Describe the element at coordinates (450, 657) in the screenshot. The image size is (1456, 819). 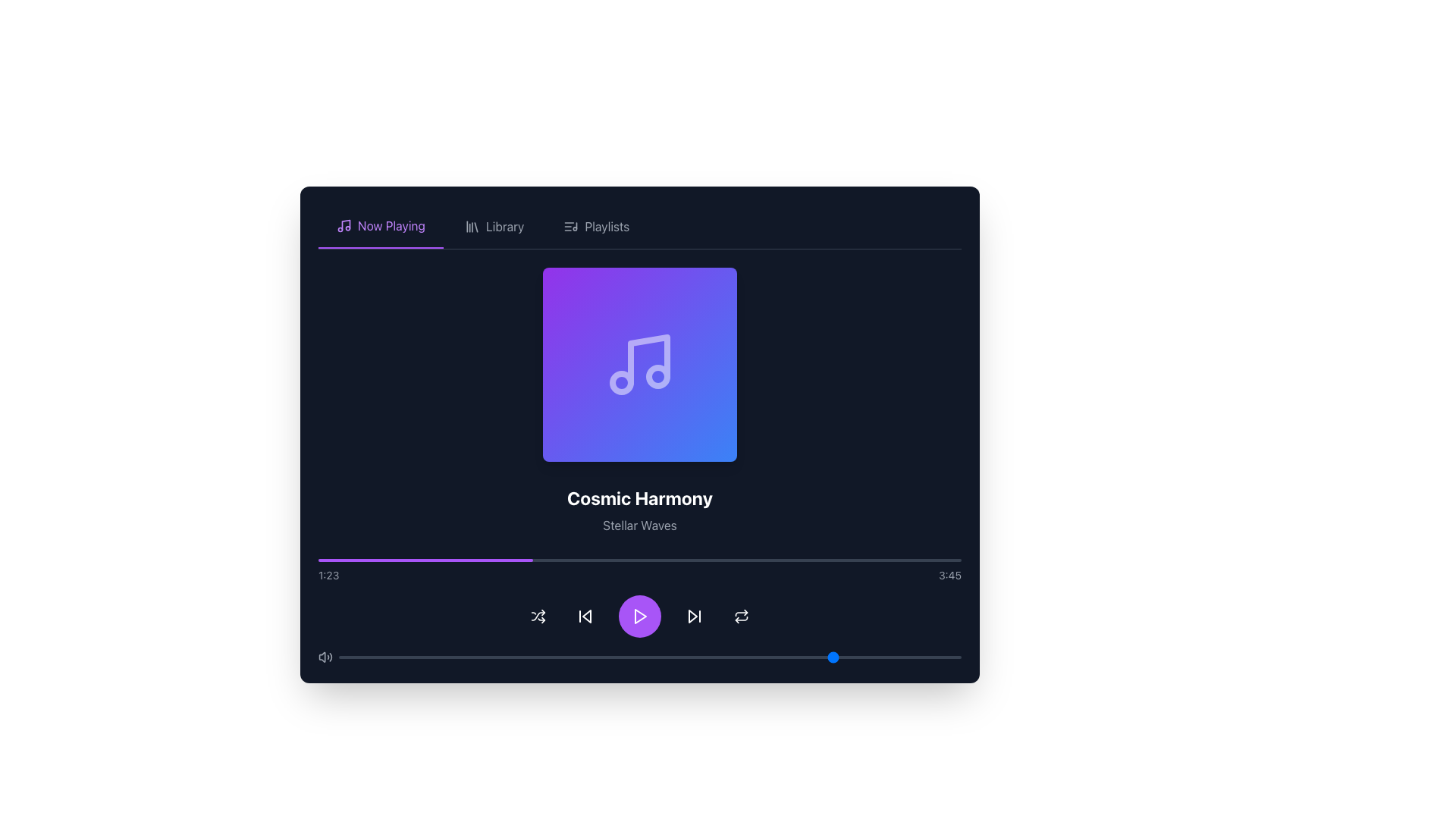
I see `the slider` at that location.